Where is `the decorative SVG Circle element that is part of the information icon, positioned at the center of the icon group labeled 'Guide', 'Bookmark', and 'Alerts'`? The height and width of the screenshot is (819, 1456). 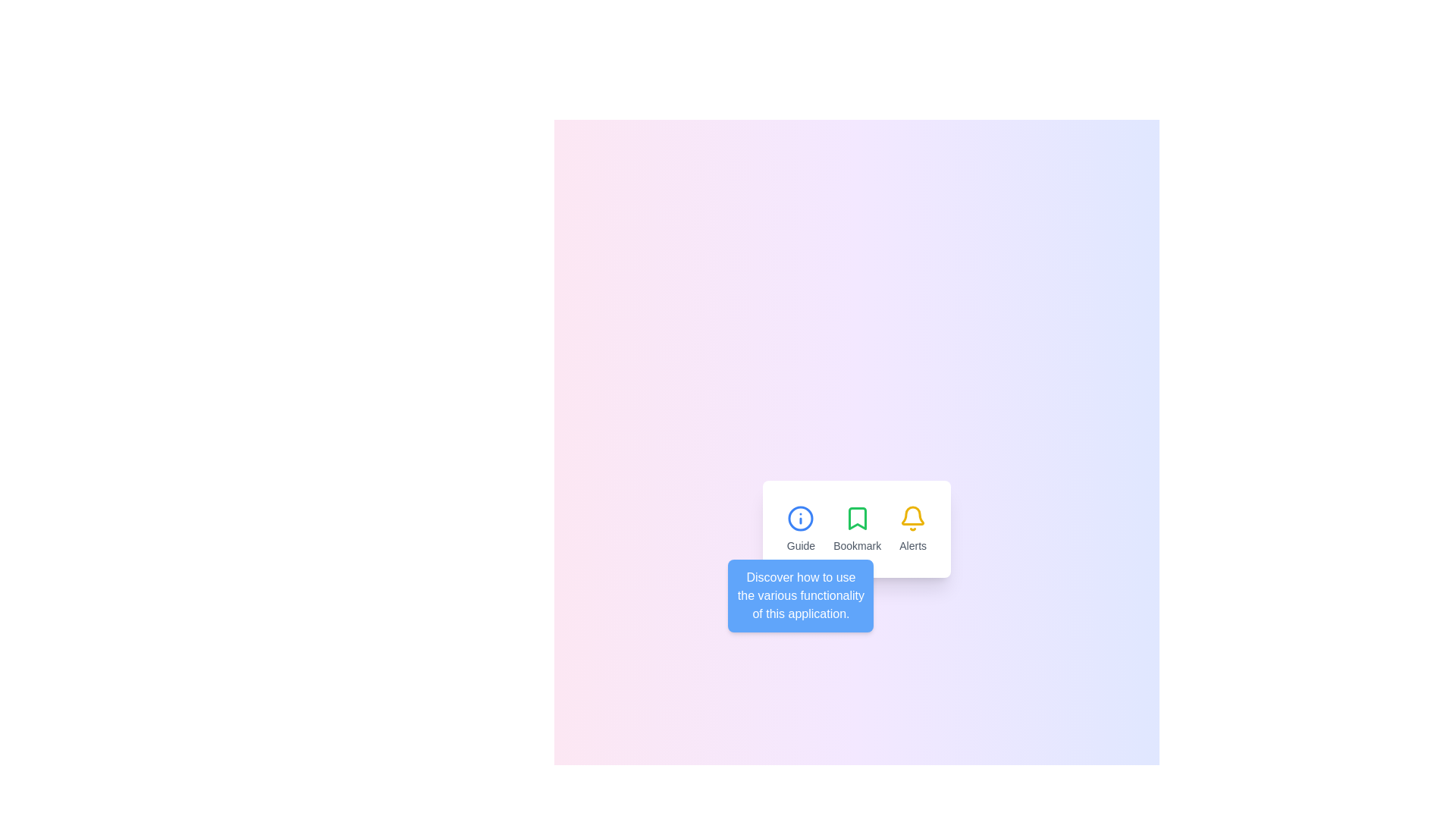
the decorative SVG Circle element that is part of the information icon, positioned at the center of the icon group labeled 'Guide', 'Bookmark', and 'Alerts' is located at coordinates (800, 517).